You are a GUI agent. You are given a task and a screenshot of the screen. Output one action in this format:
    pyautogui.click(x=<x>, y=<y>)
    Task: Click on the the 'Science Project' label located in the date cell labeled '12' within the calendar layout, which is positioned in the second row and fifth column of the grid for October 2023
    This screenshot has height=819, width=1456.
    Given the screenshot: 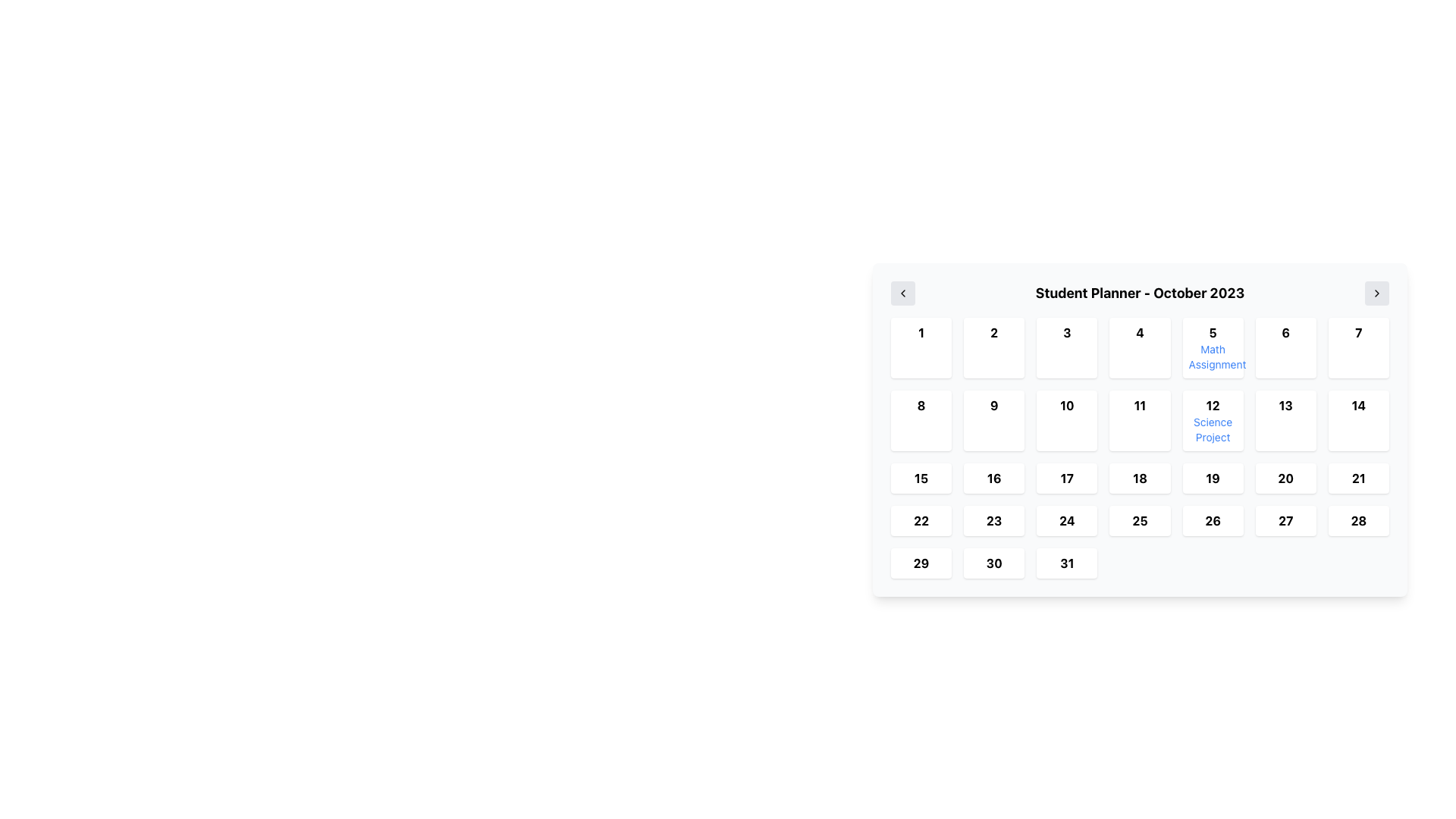 What is the action you would take?
    pyautogui.click(x=1212, y=430)
    